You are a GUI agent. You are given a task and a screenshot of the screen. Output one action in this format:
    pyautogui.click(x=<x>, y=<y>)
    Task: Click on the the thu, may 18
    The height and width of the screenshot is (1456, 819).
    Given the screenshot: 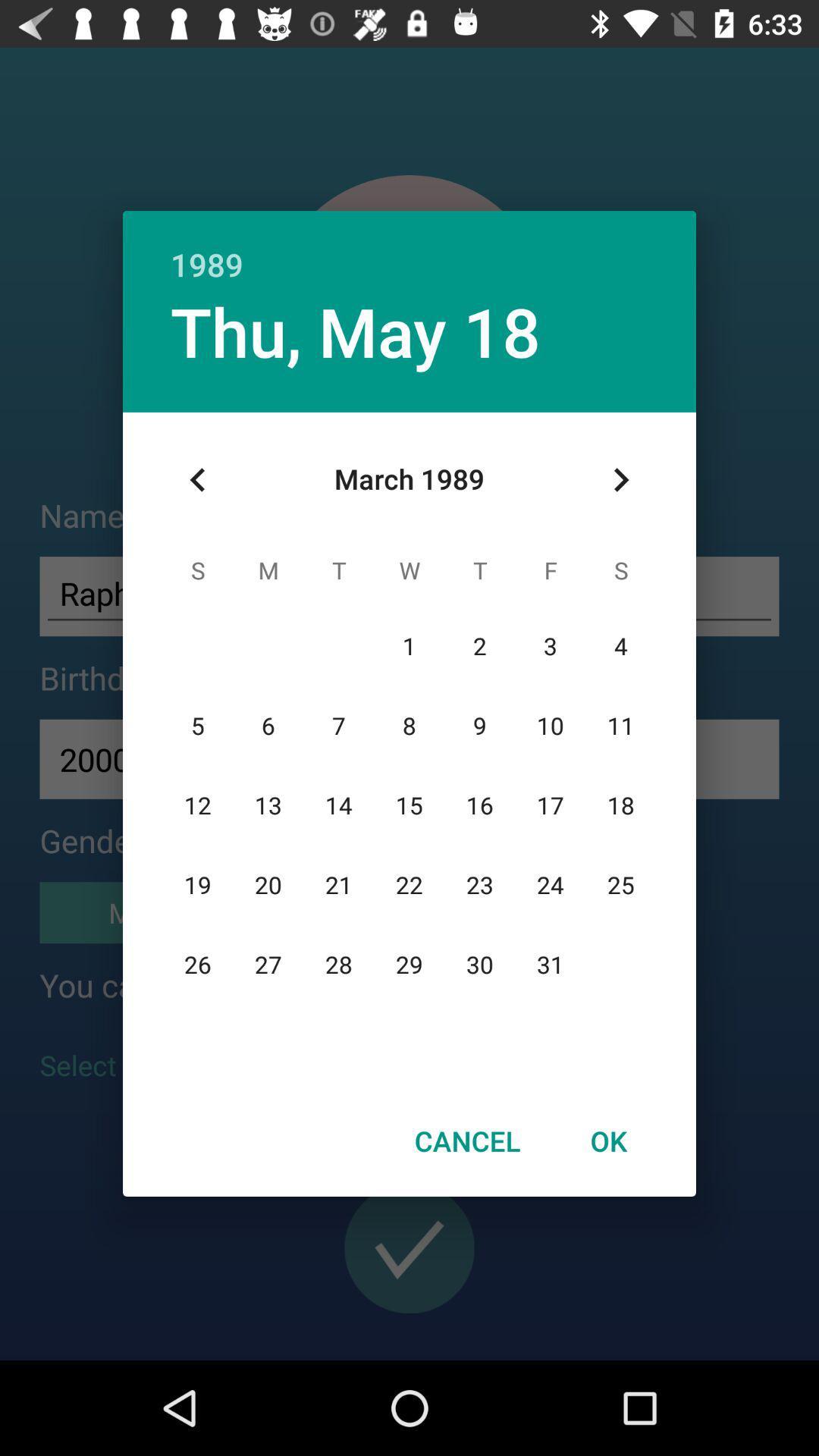 What is the action you would take?
    pyautogui.click(x=356, y=330)
    